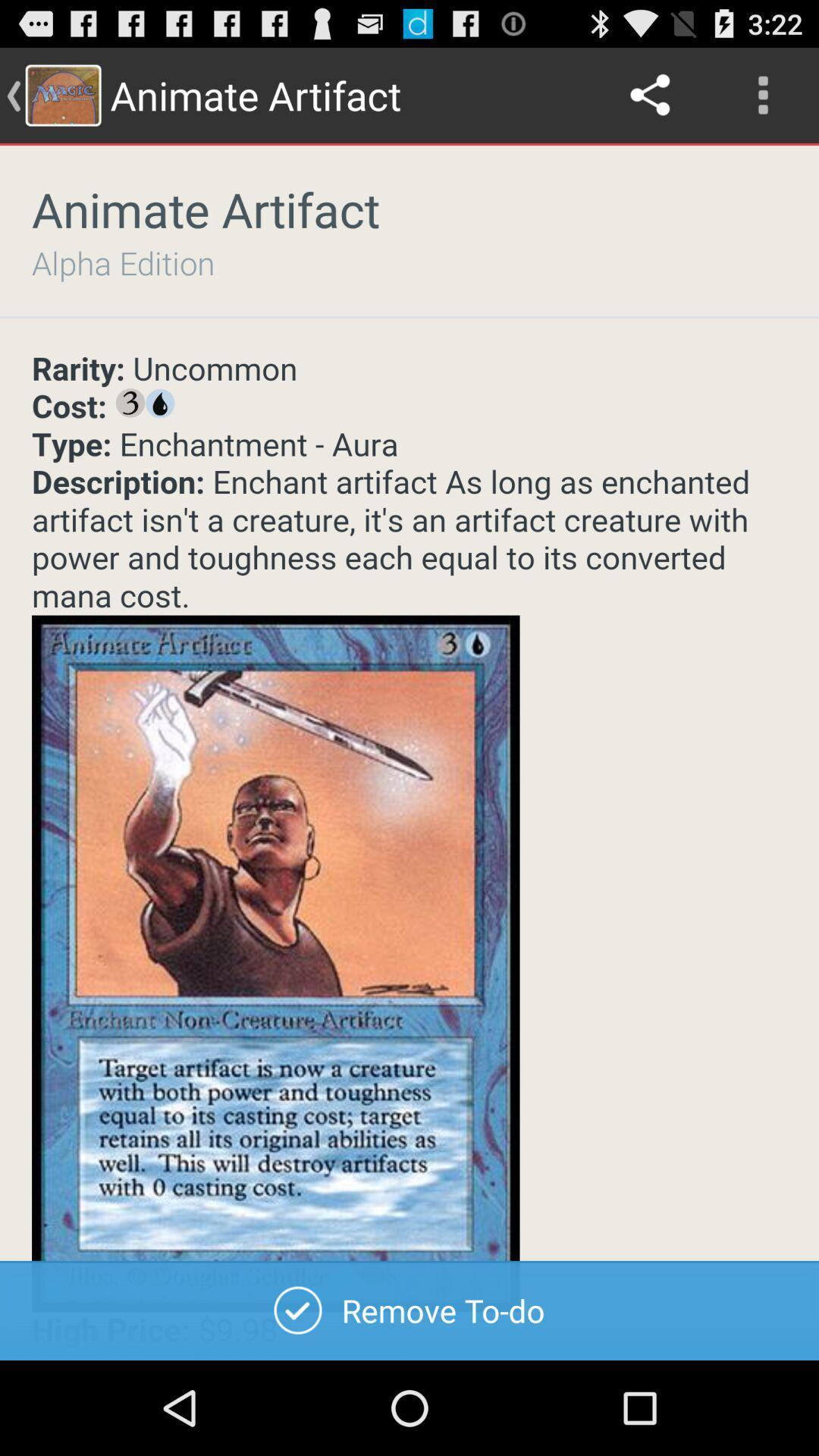 This screenshot has width=819, height=1456. Describe the element at coordinates (651, 94) in the screenshot. I see `item to the right of the animate artifact icon` at that location.